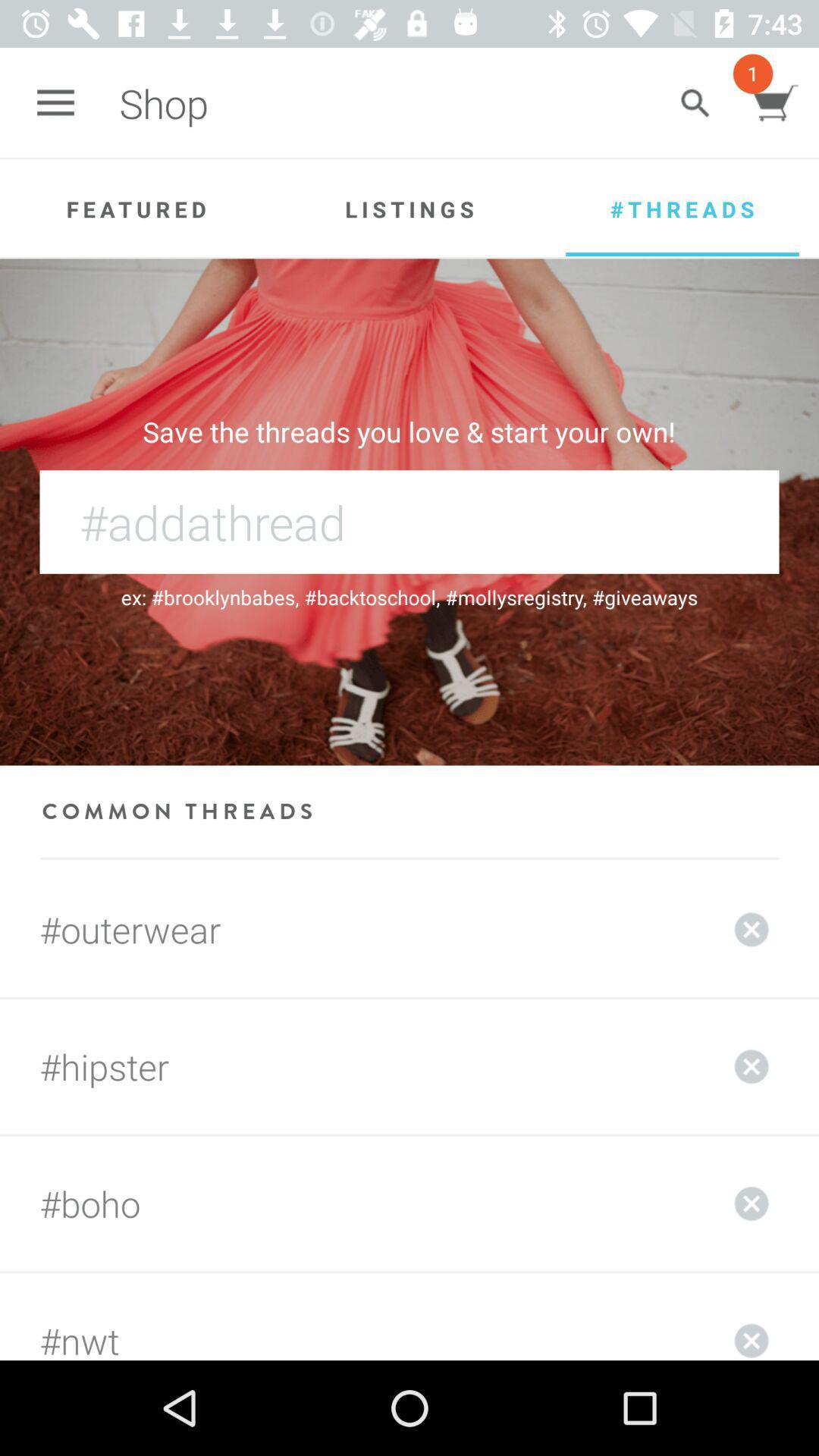 This screenshot has width=819, height=1456. I want to click on delete selected item, so click(752, 1316).